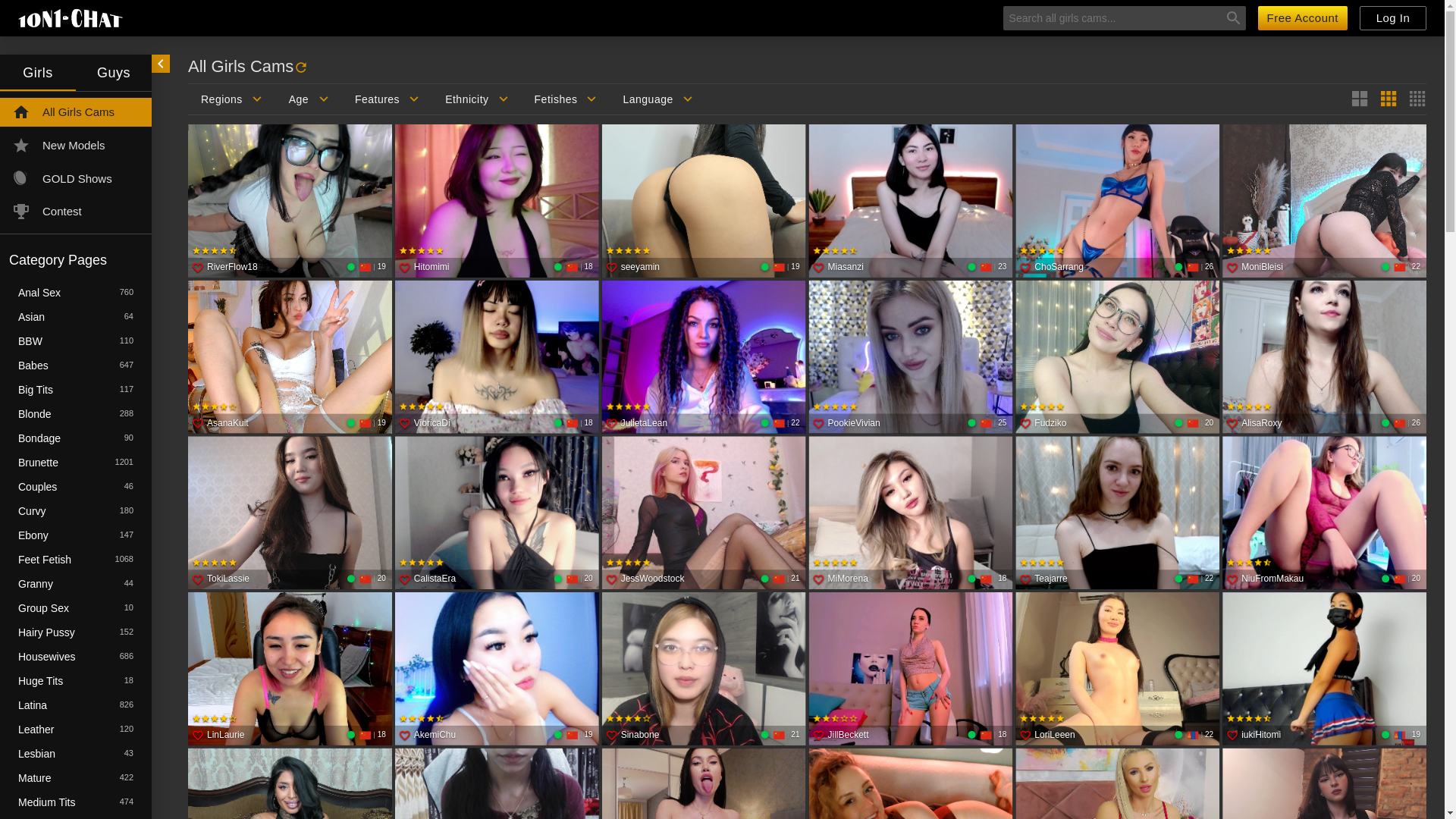  Describe the element at coordinates (610, 99) in the screenshot. I see `'Language'` at that location.